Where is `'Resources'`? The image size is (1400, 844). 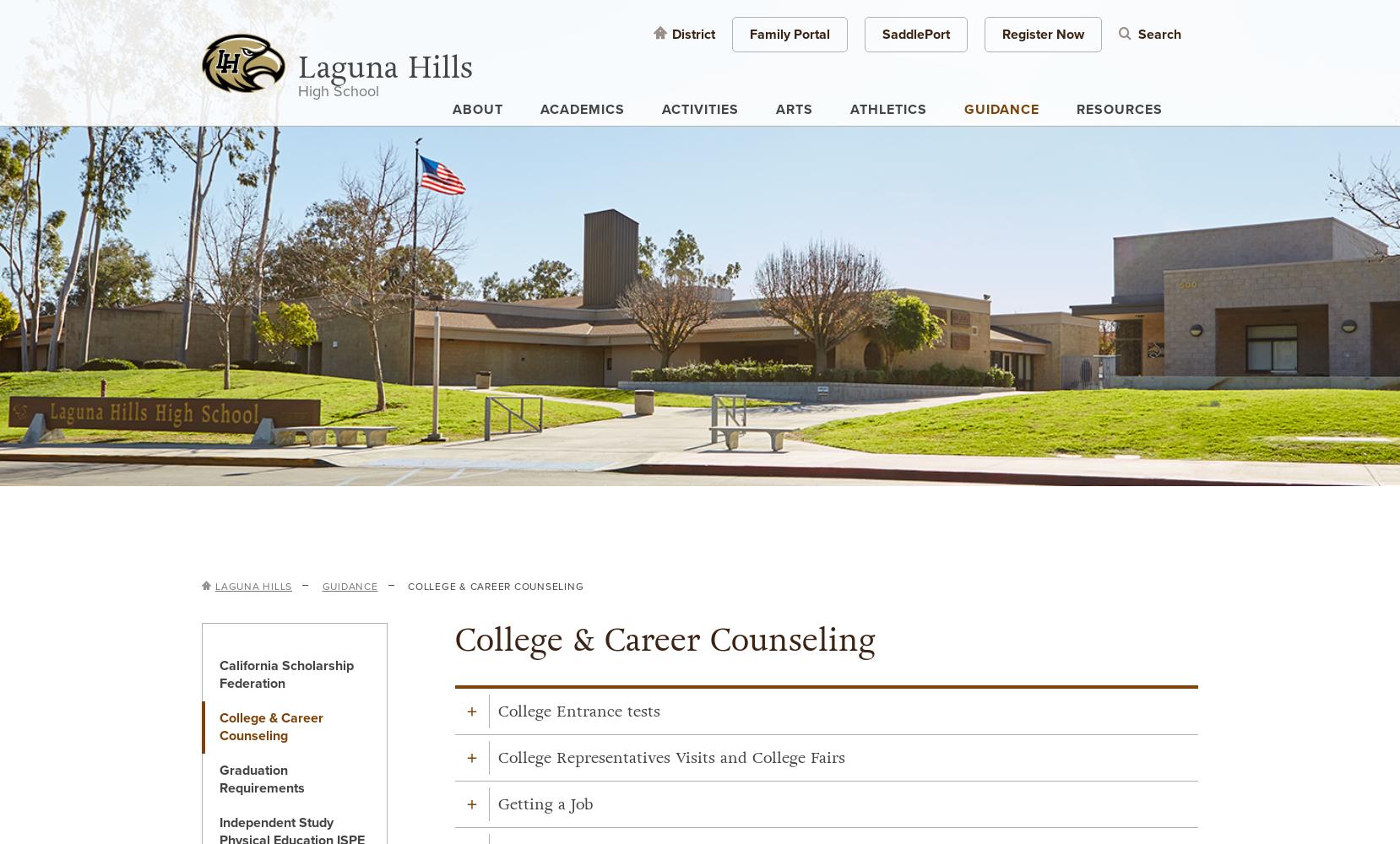
'Resources' is located at coordinates (1120, 110).